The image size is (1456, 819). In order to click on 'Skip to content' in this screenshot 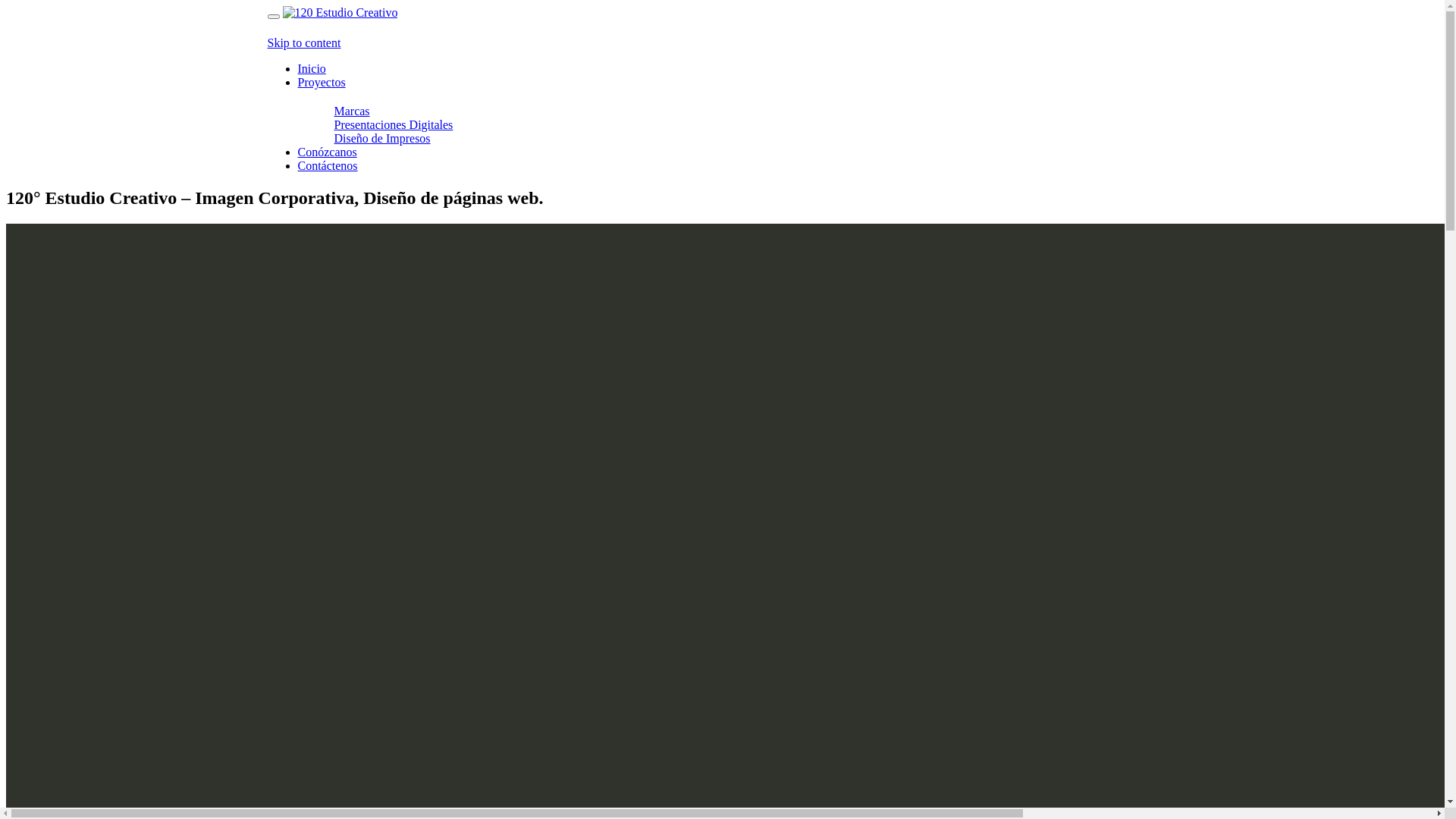, I will do `click(303, 42)`.